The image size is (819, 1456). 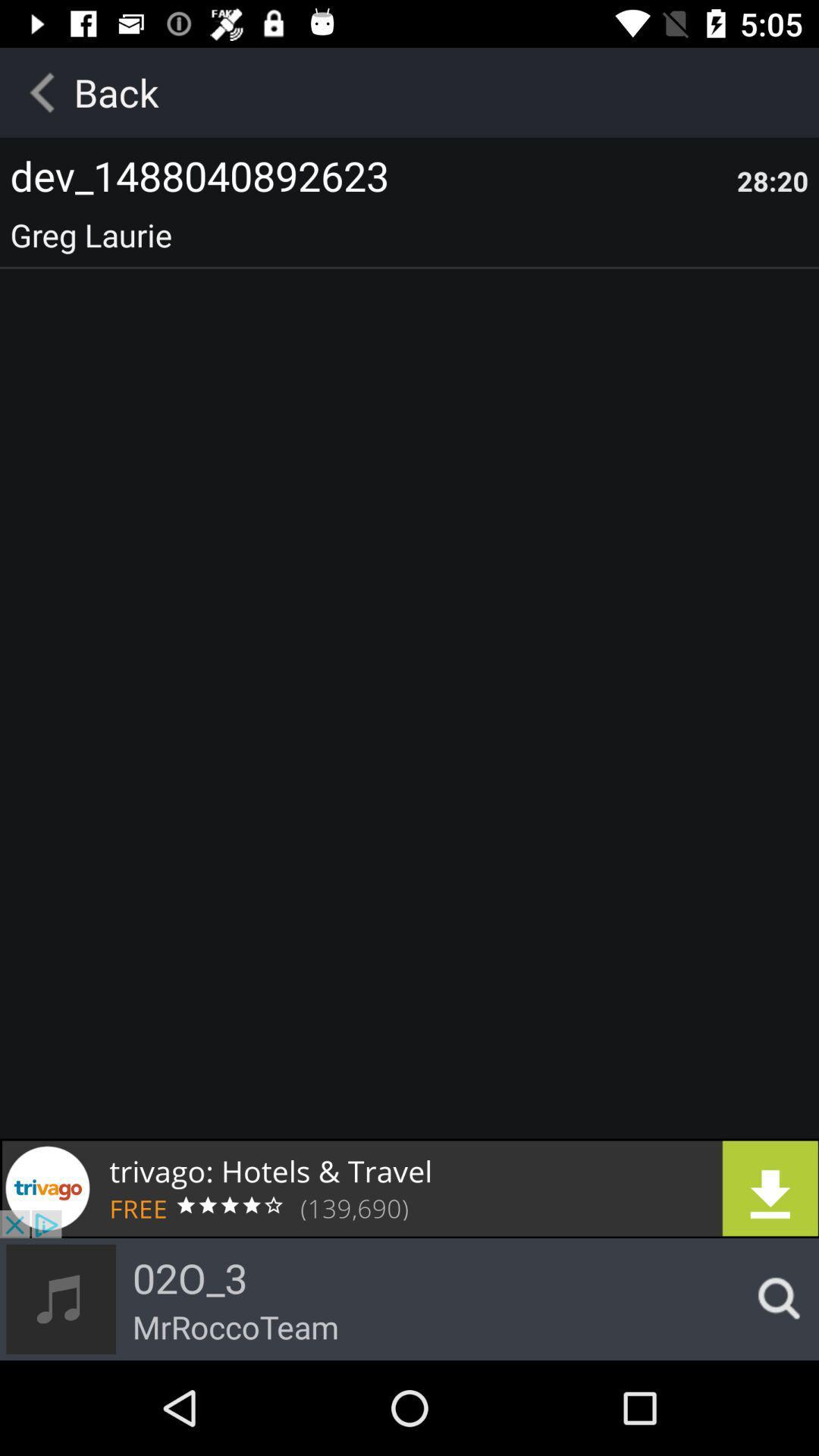 I want to click on search music, so click(x=774, y=1298).